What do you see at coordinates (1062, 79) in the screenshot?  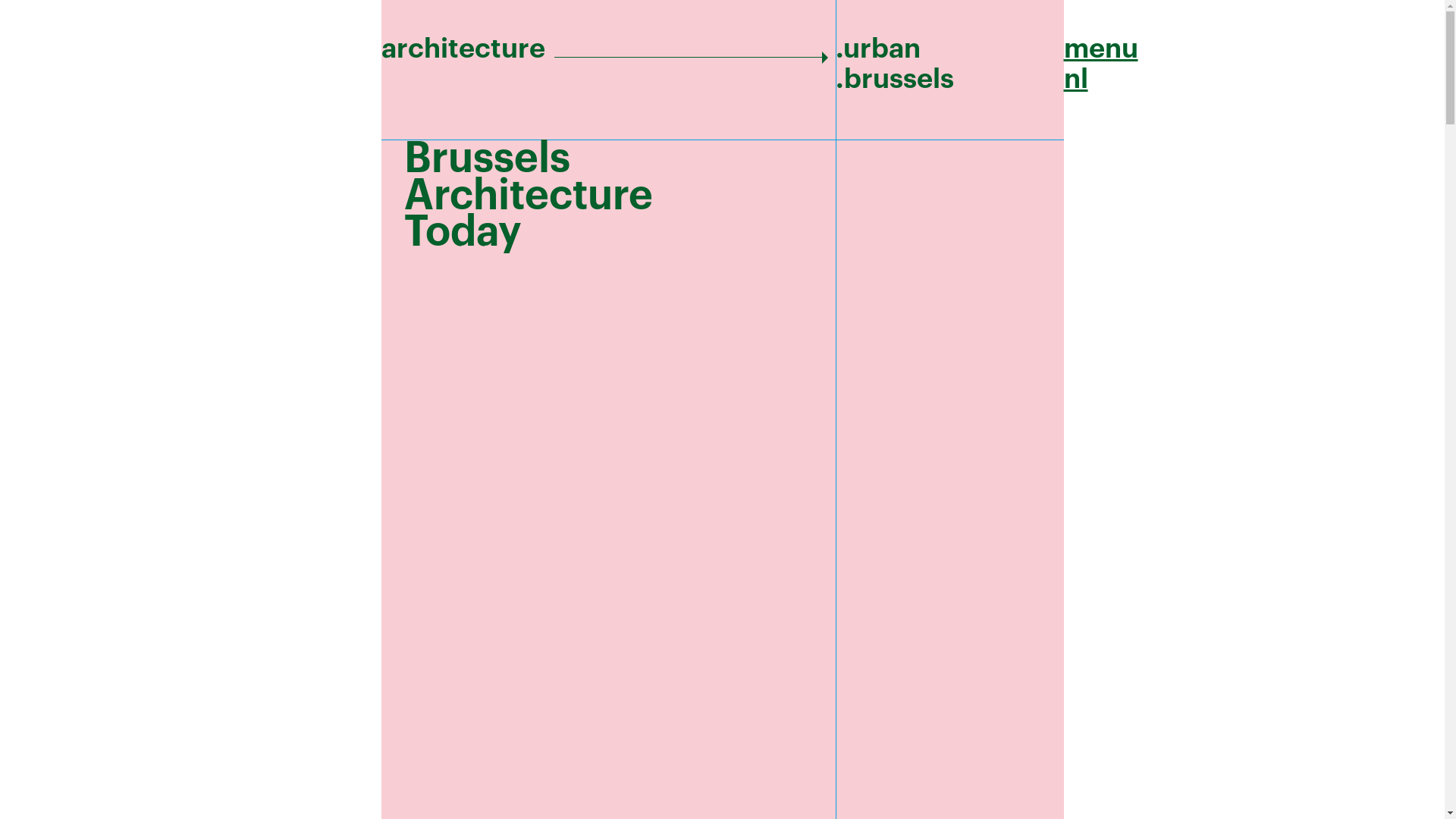 I see `'nl'` at bounding box center [1062, 79].